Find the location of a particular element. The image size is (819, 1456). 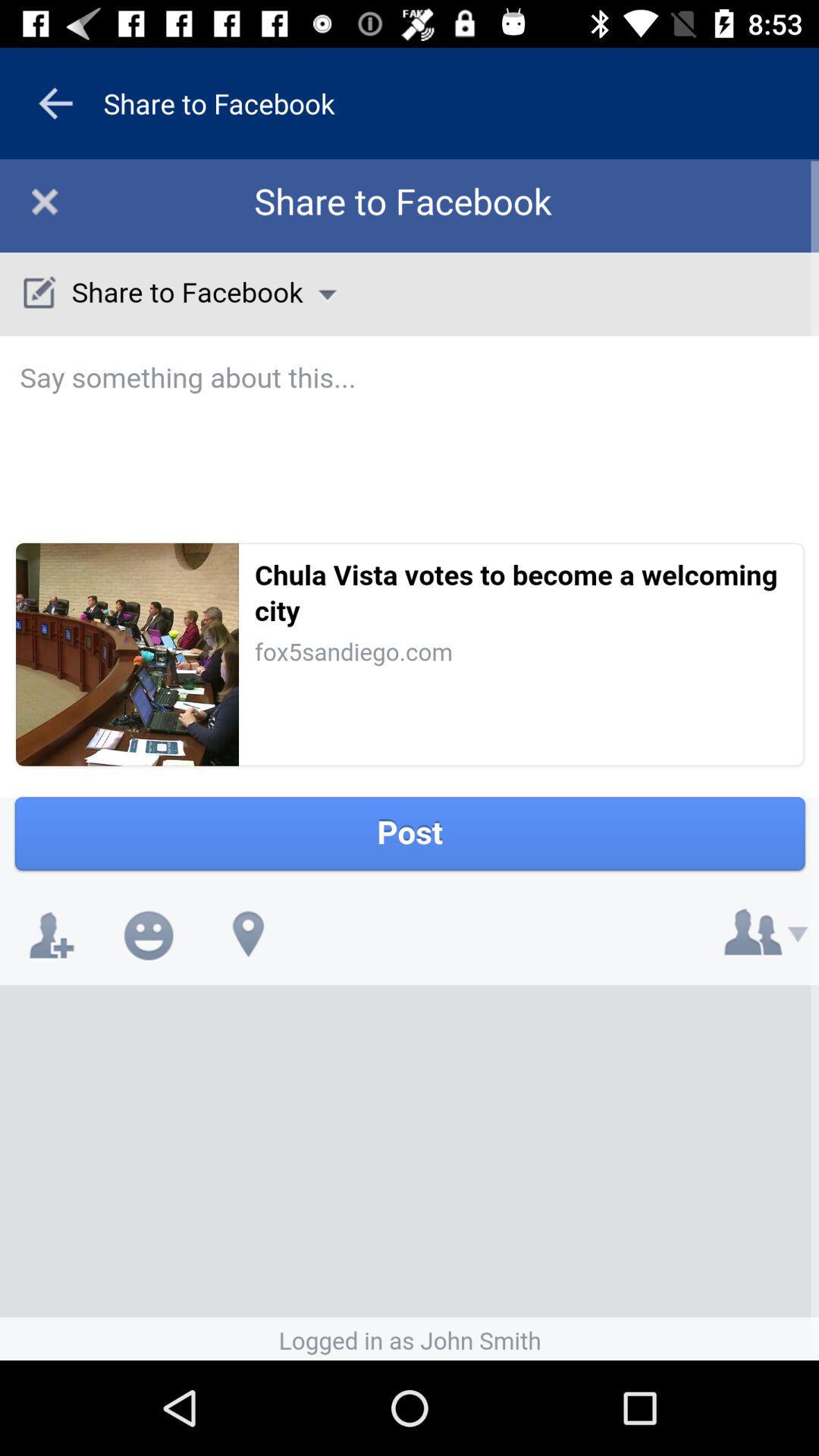

go back is located at coordinates (55, 102).